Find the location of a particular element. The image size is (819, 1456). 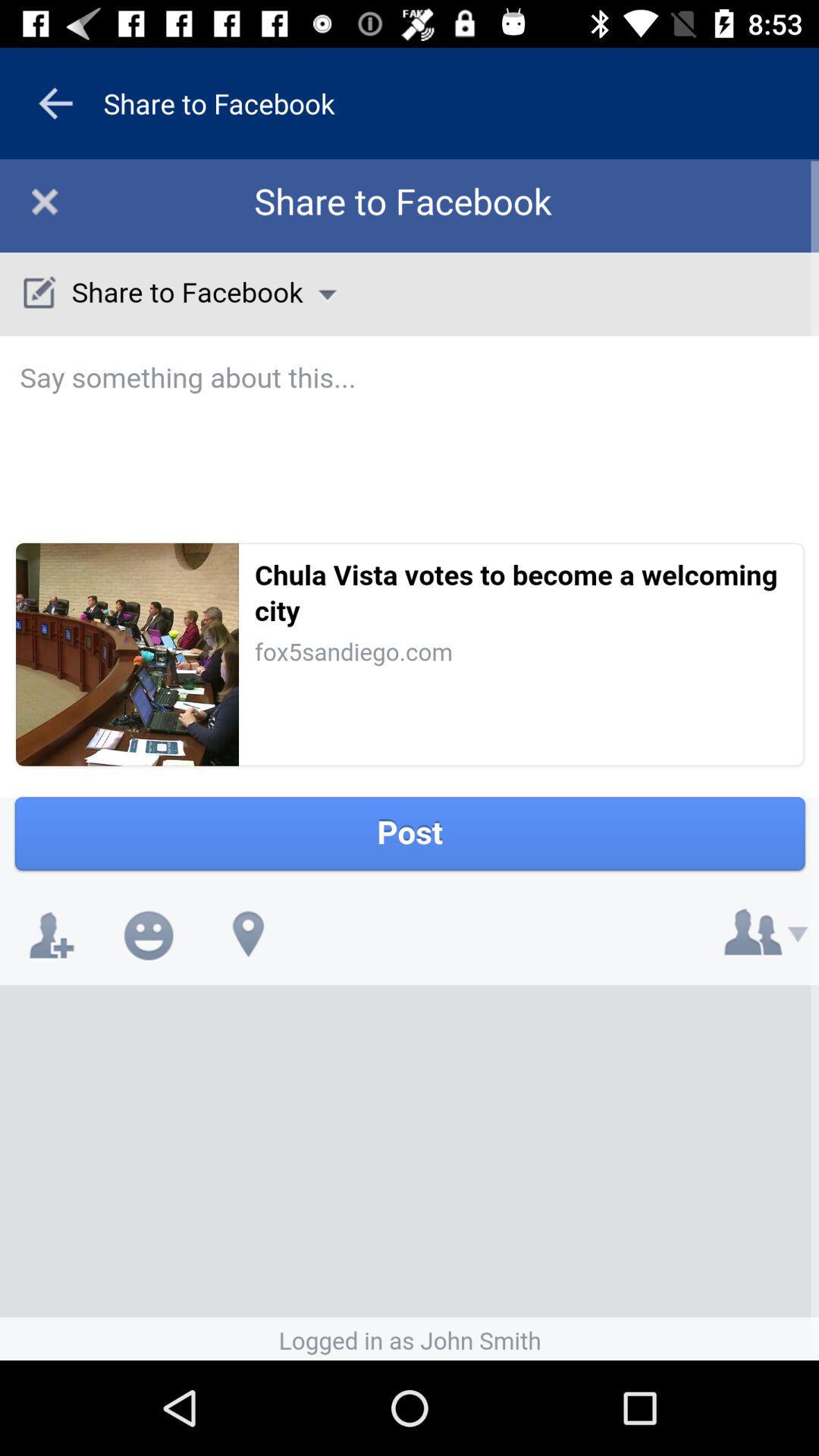

go back is located at coordinates (55, 102).